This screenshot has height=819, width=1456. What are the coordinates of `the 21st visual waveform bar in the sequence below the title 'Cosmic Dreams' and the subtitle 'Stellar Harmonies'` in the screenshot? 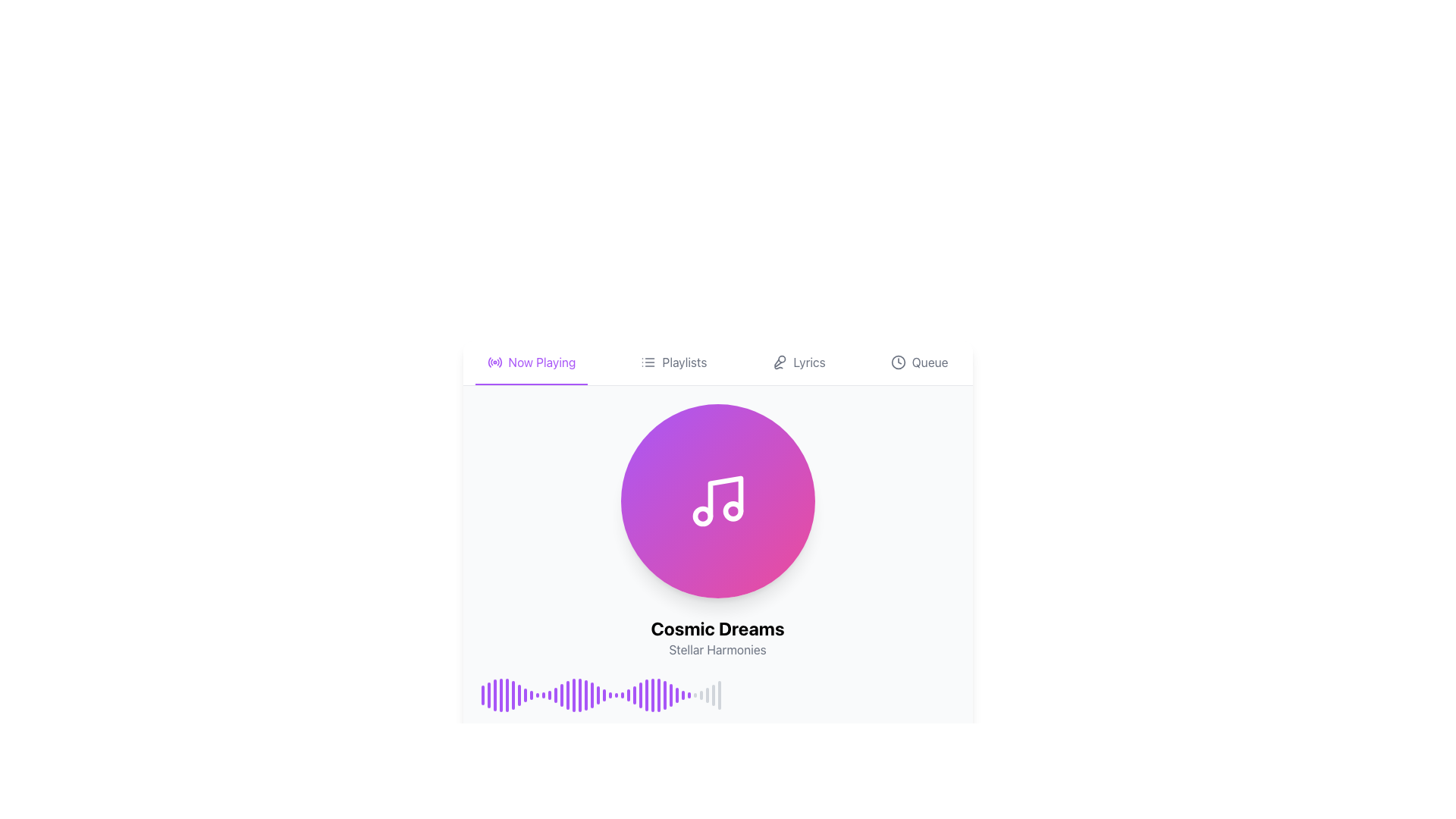 It's located at (603, 695).